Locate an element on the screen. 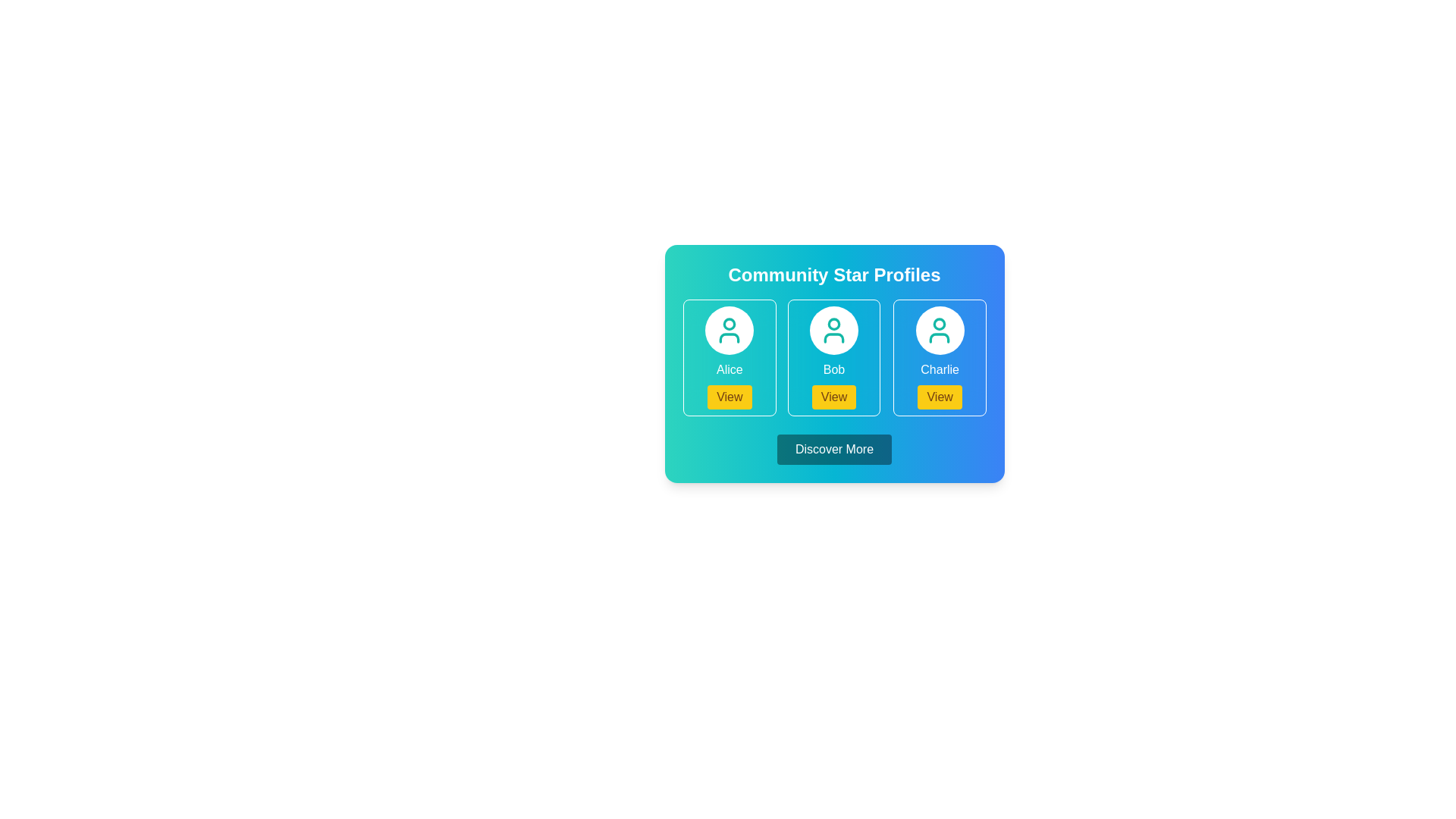  the Static Text element displaying 'Bob' which is centrally aligned beneath the user avatar and above the 'View' button is located at coordinates (833, 370).